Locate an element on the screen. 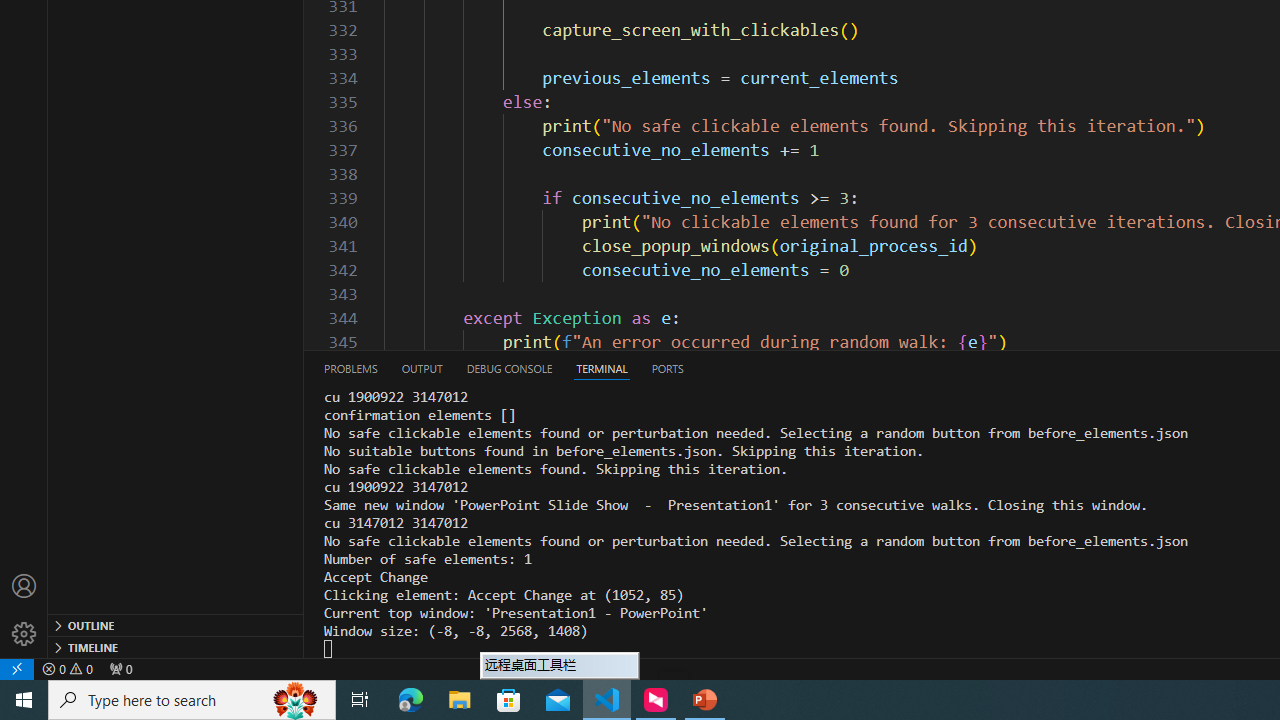  'Ports' is located at coordinates (667, 368).